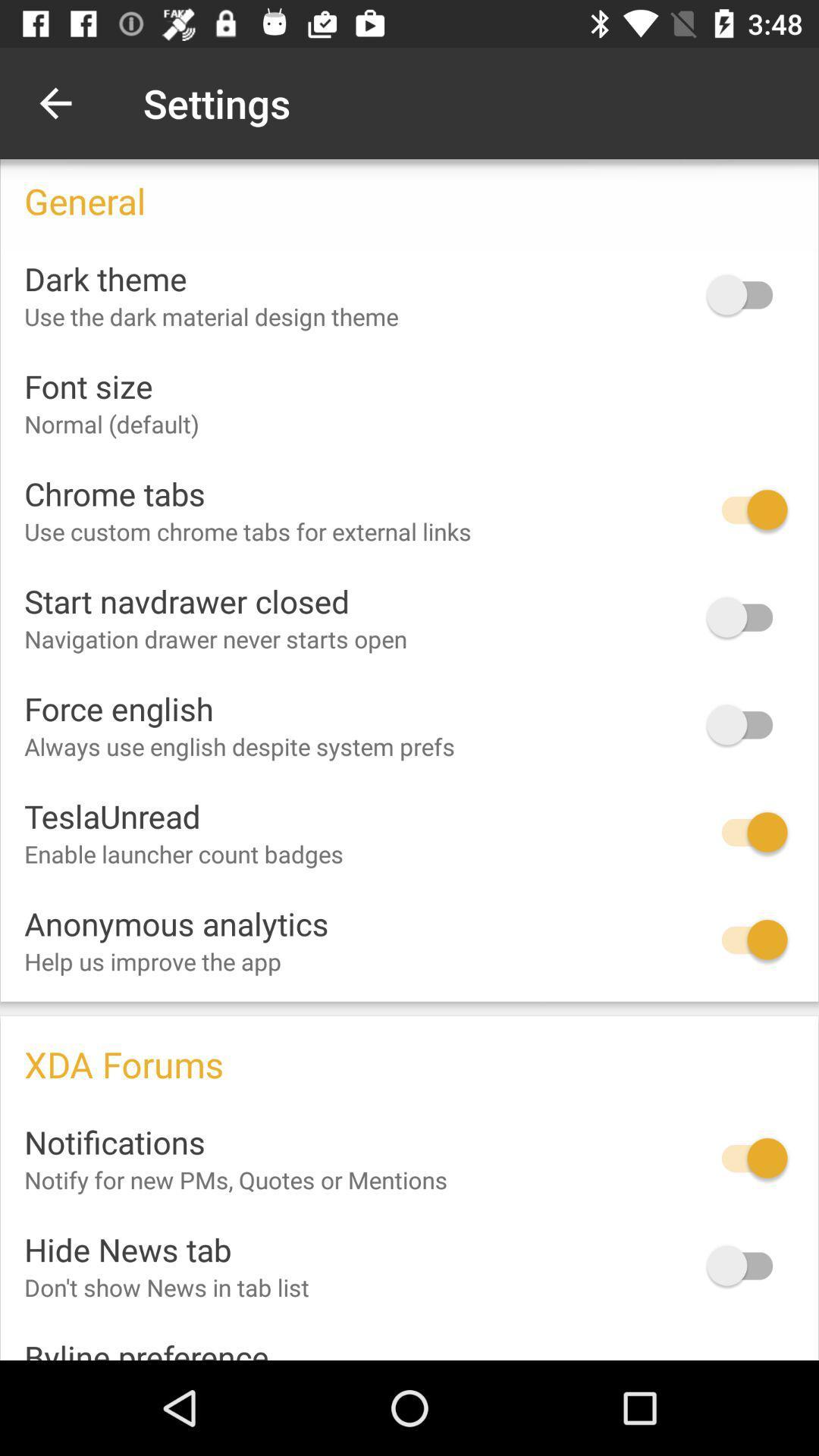 This screenshot has height=1456, width=819. What do you see at coordinates (746, 831) in the screenshot?
I see `launcher count badges option` at bounding box center [746, 831].